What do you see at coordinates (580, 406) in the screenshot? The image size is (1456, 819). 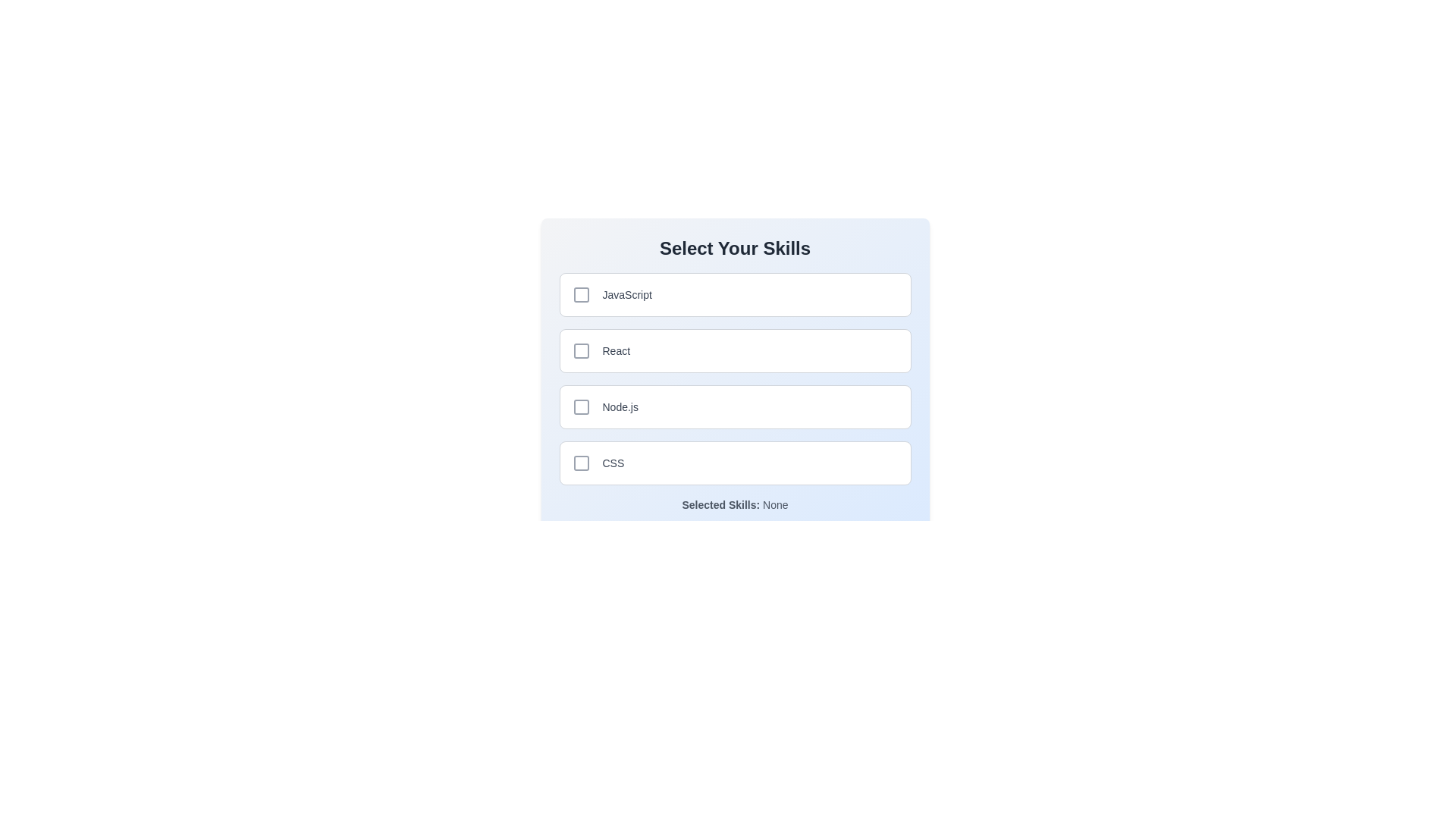 I see `the inner square of the 'Node.js' checkbox in the list of skills under 'Select Your Skills'` at bounding box center [580, 406].